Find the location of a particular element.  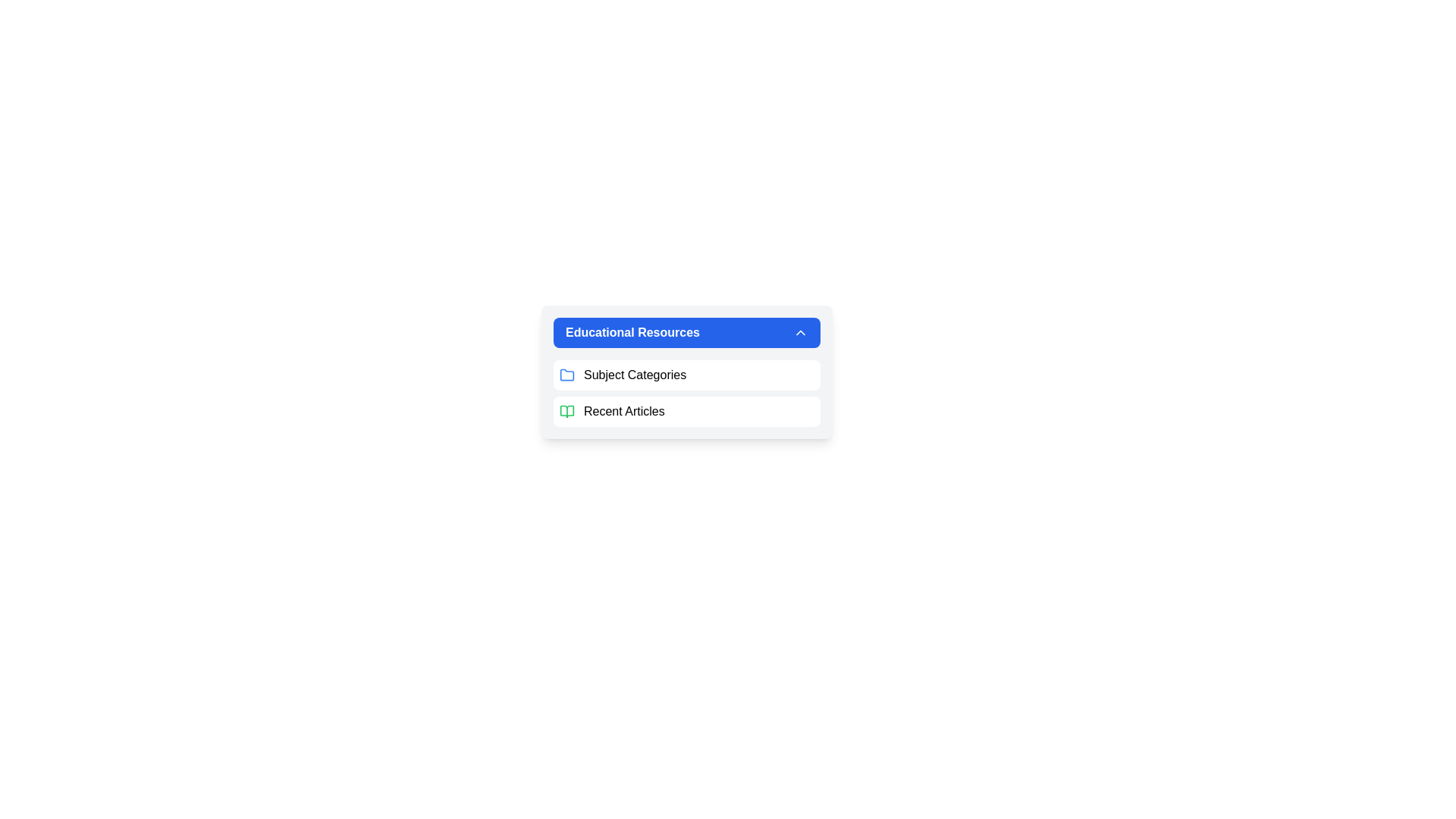

the top item of the vertical list under 'Educational Resources', which serves as a navigation button for 'Subject Categories' is located at coordinates (686, 375).